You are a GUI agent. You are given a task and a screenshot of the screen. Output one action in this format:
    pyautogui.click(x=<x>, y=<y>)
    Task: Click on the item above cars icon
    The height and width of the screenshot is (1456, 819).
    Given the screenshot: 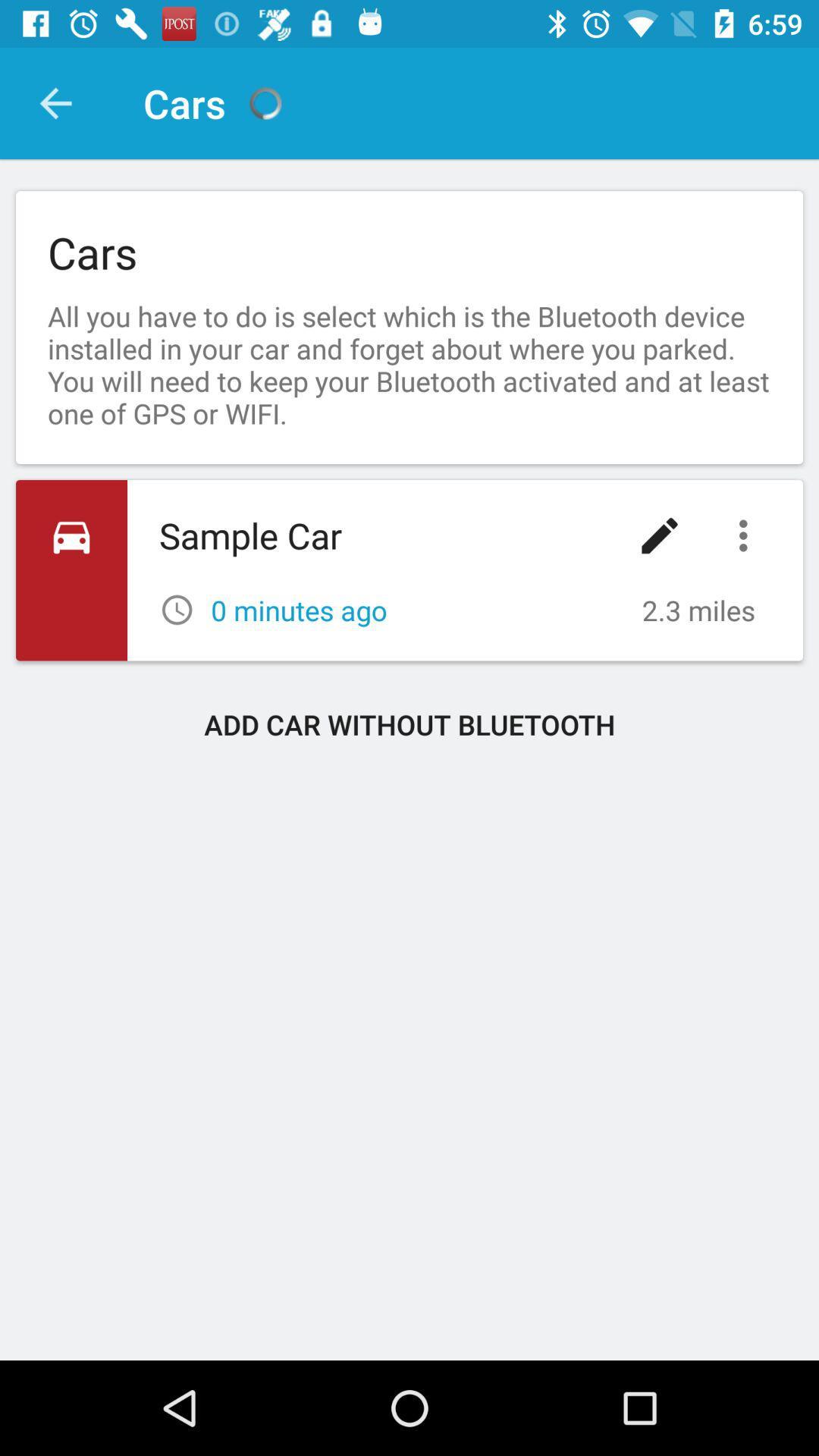 What is the action you would take?
    pyautogui.click(x=55, y=102)
    